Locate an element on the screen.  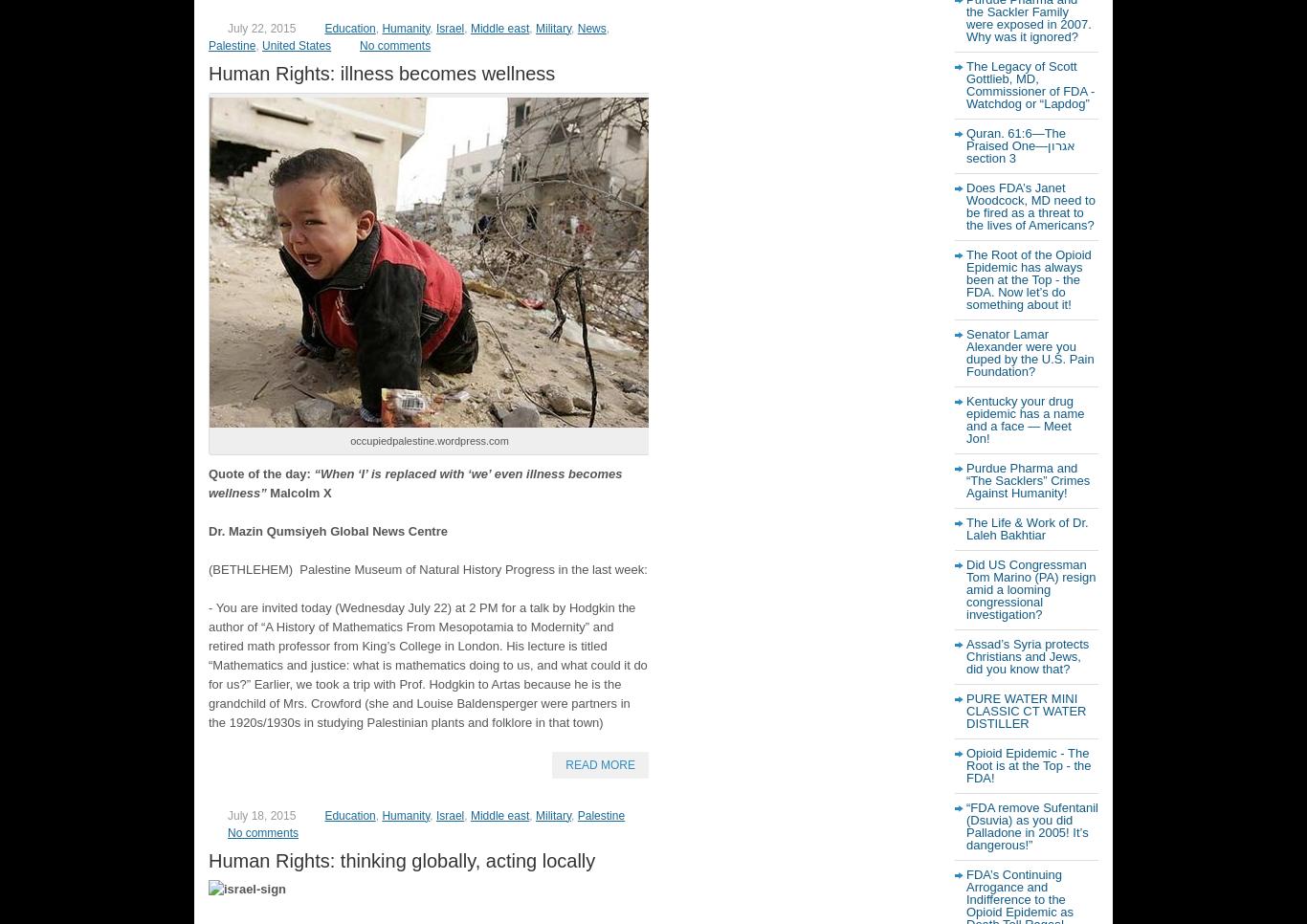
'PURE WATER MINI CLASSIC CT WATER DISTILLER' is located at coordinates (1025, 711).